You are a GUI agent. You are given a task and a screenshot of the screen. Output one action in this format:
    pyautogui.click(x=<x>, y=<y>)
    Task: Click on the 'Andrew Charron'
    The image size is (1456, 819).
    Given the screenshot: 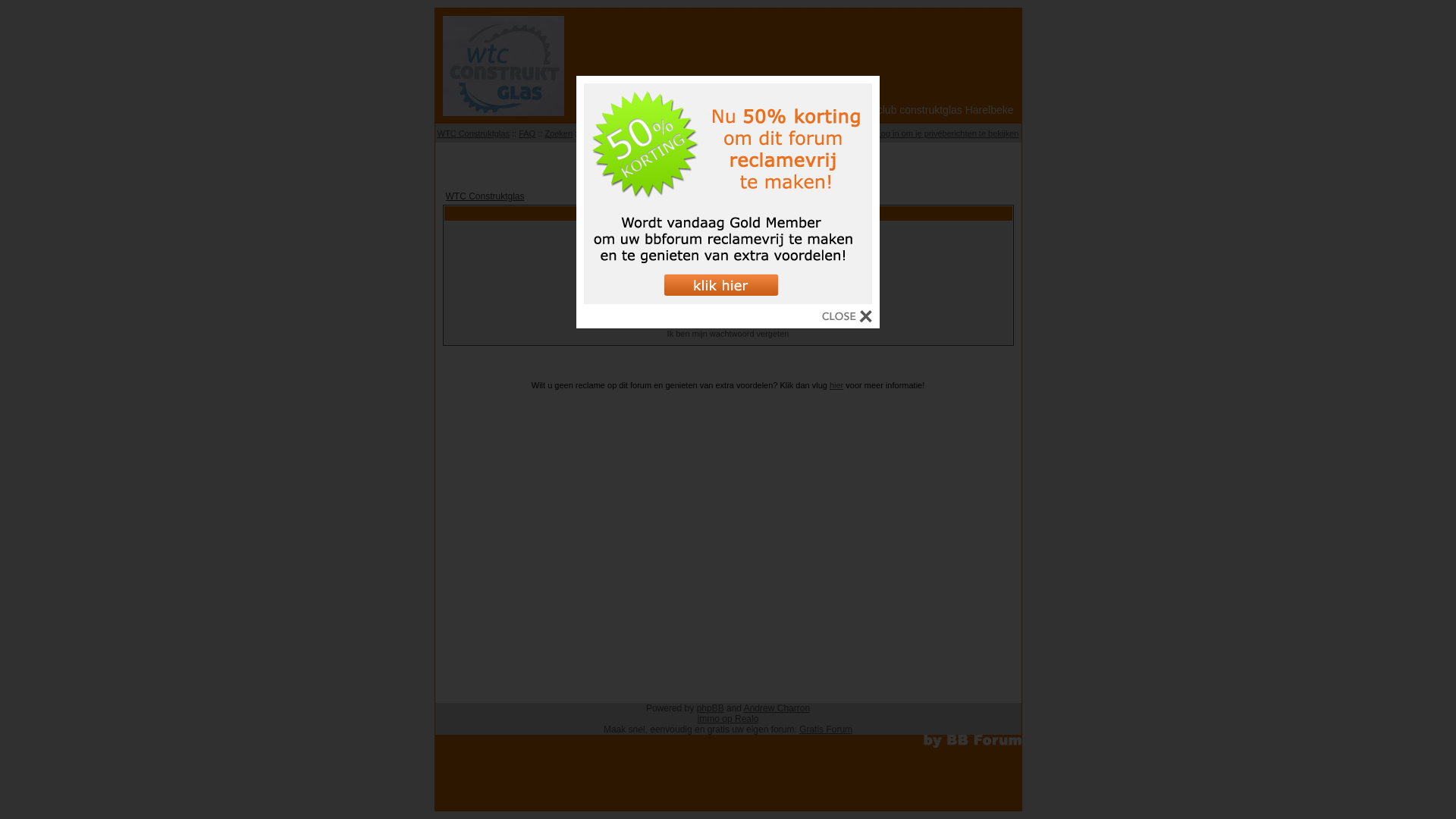 What is the action you would take?
    pyautogui.click(x=777, y=708)
    